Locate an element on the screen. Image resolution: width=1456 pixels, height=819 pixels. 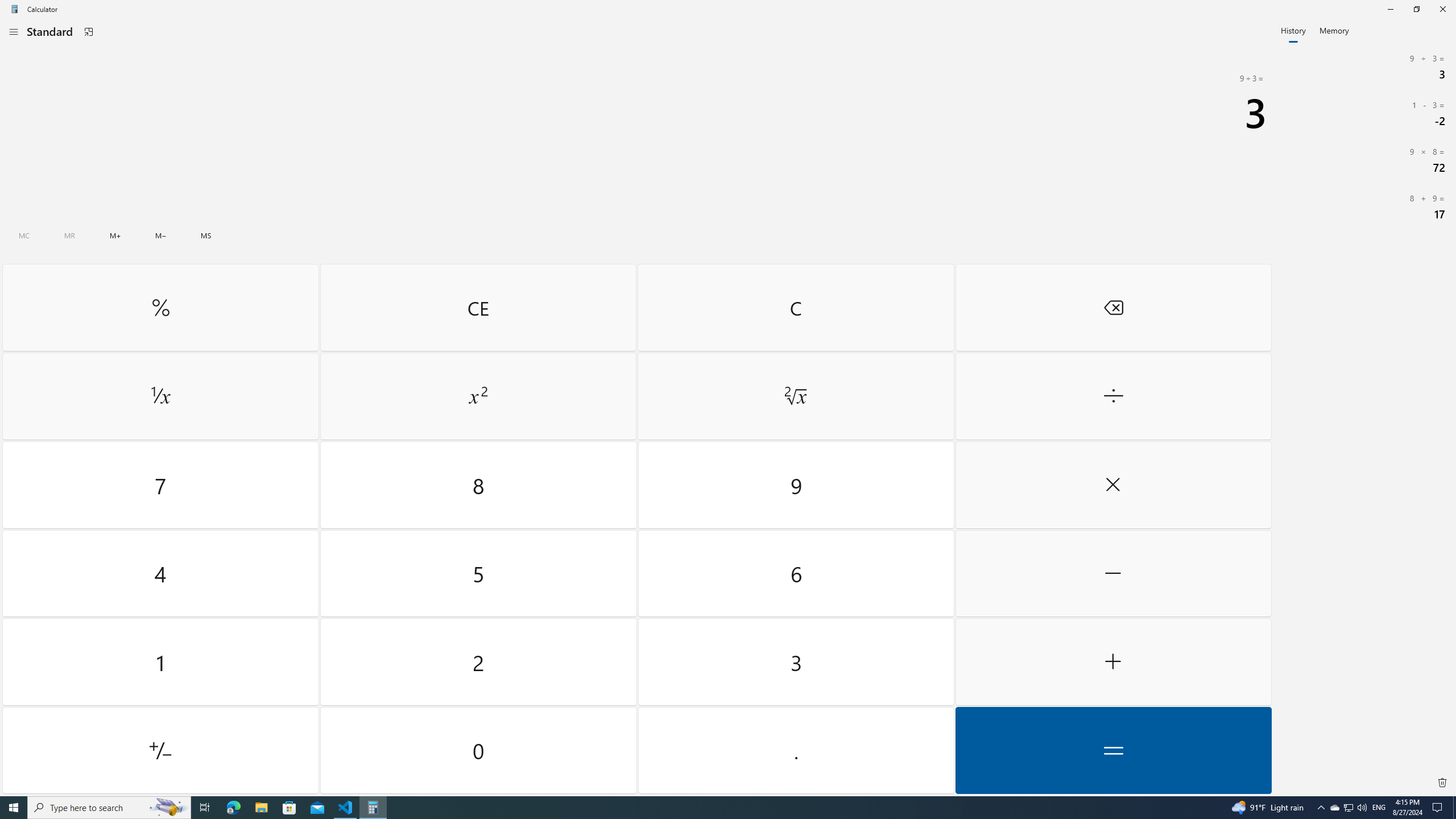
'Memory recall' is located at coordinates (69, 235).